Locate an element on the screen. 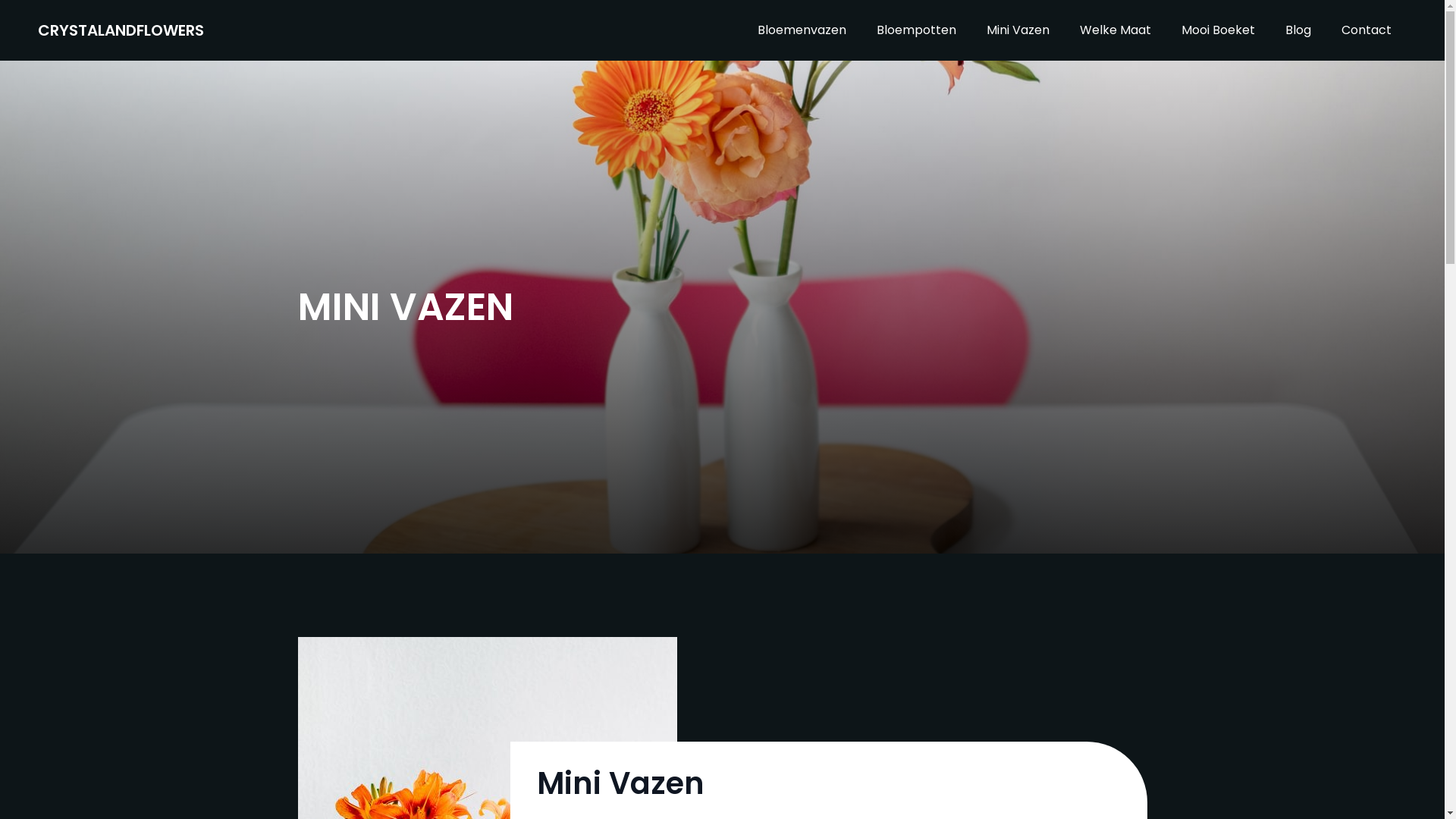  'Welke Maat' is located at coordinates (1115, 30).